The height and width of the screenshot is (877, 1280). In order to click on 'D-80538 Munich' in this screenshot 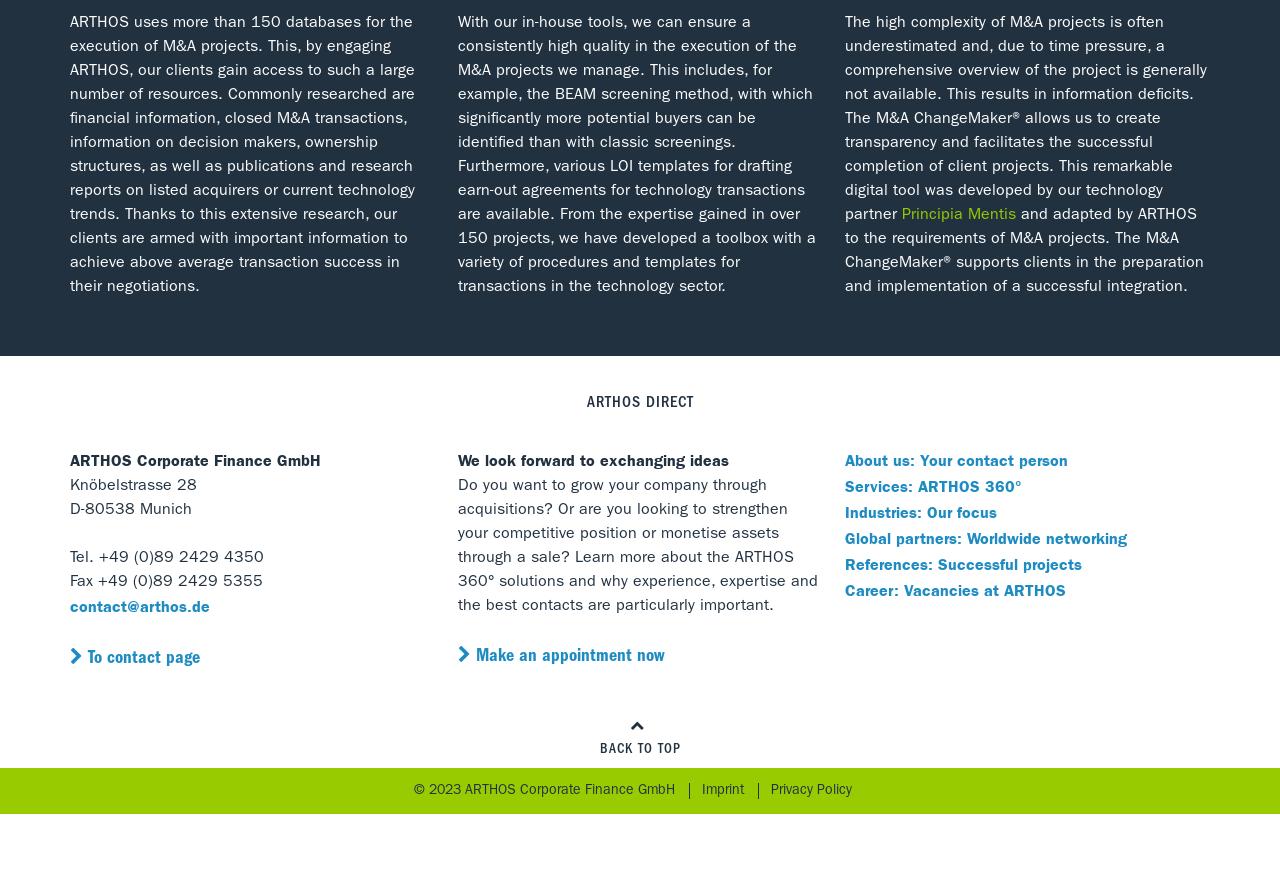, I will do `click(70, 510)`.